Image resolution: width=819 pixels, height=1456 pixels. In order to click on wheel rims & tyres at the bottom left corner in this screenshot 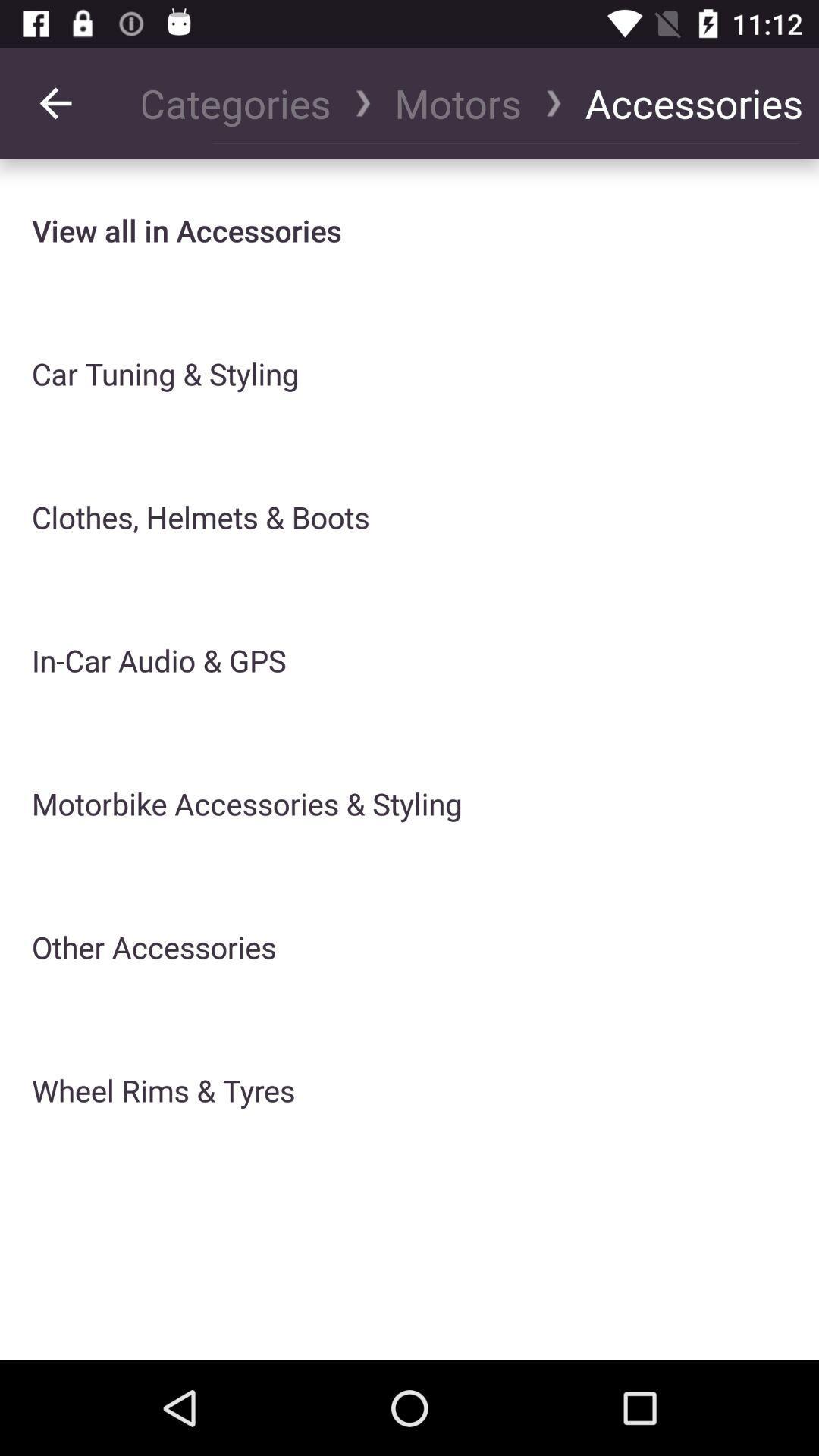, I will do `click(163, 1090)`.